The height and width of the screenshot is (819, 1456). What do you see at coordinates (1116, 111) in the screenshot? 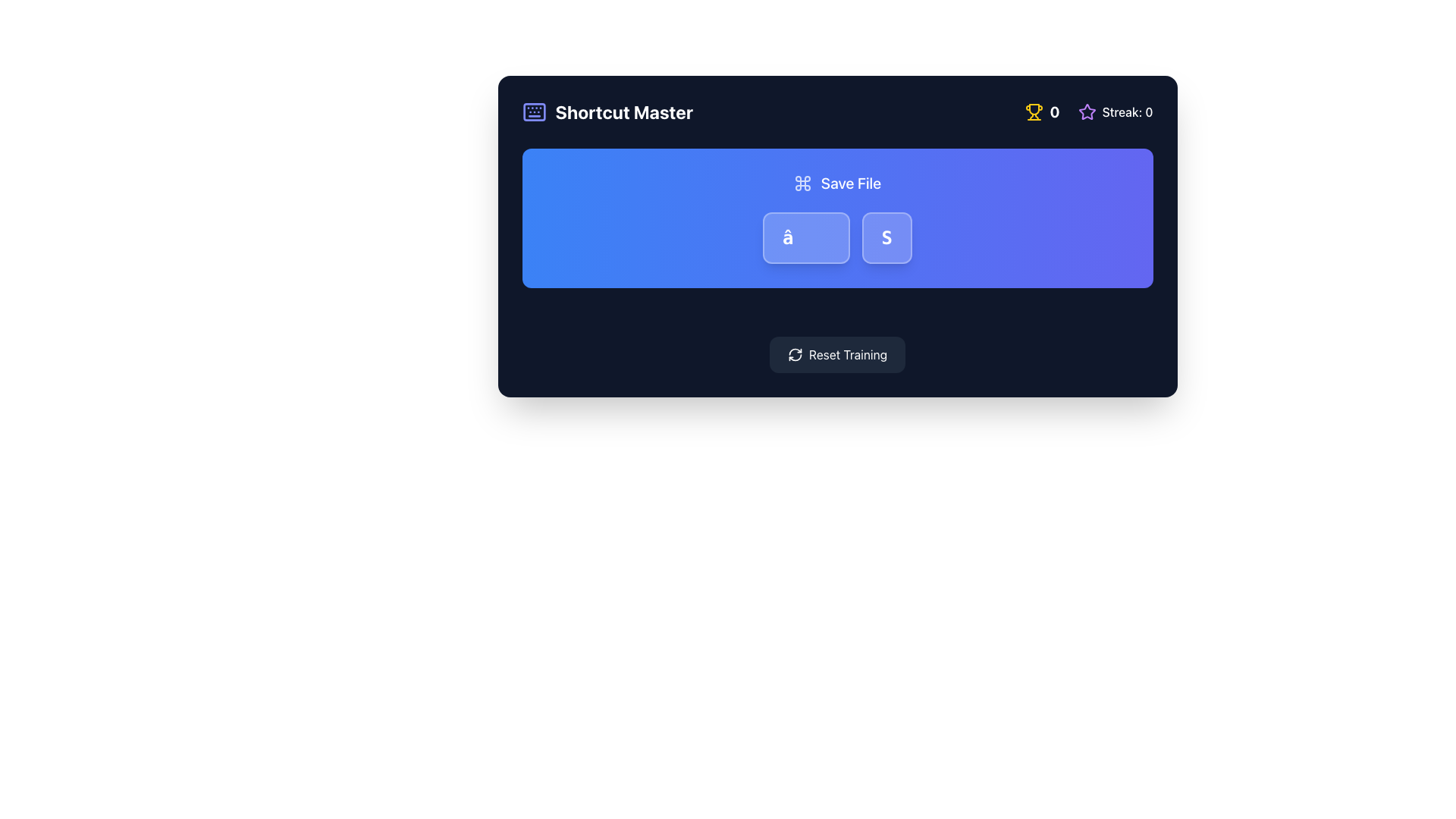
I see `the text display with an icon indicating the user's current streak count, located in the top-right corner of the interface` at bounding box center [1116, 111].